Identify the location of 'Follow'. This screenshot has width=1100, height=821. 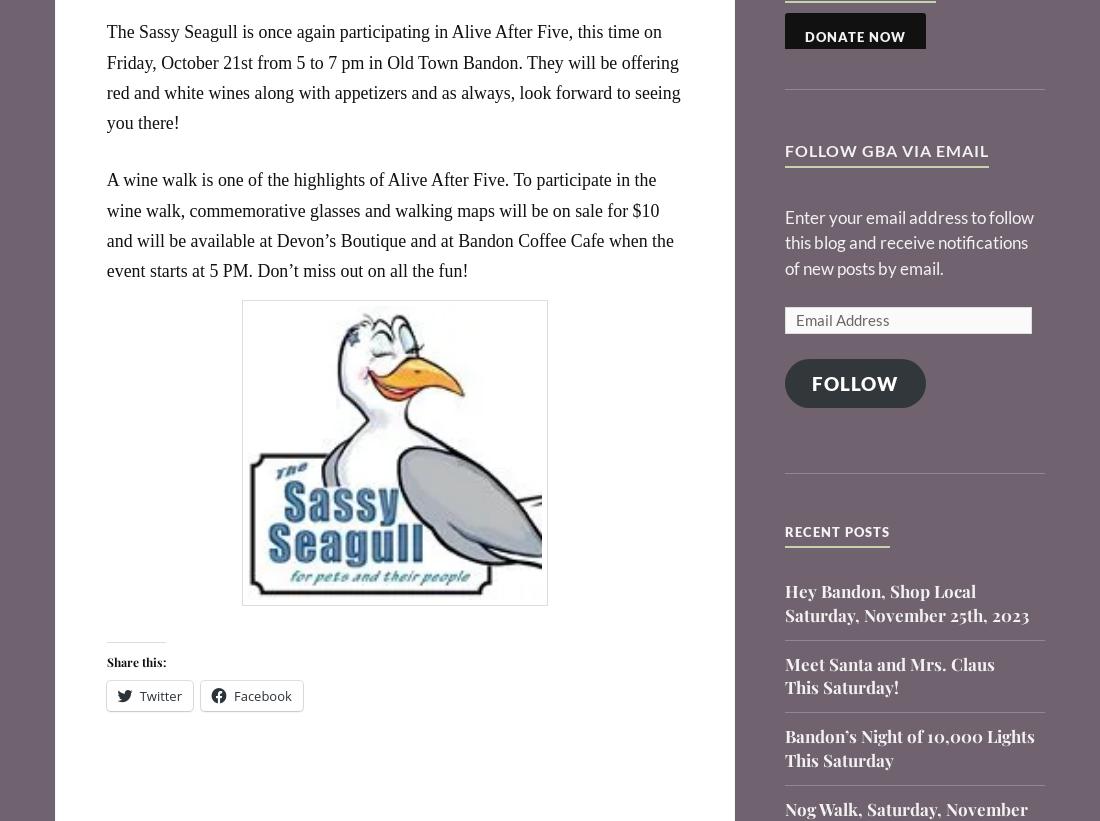
(854, 381).